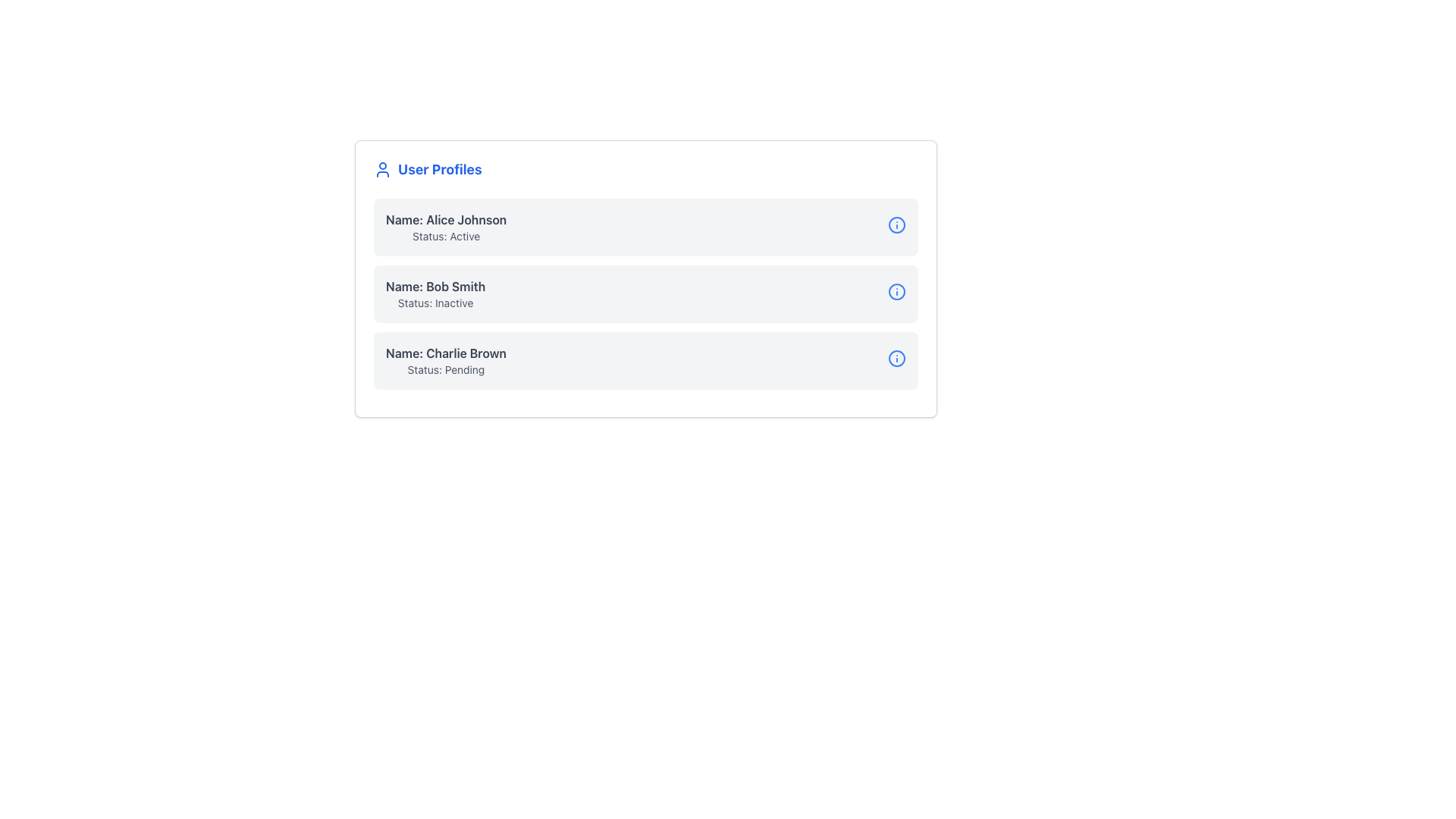 Image resolution: width=1456 pixels, height=819 pixels. I want to click on the 'Name: Bob Smith' label, which is the top text area within the second user profile card, centrally placed above 'Status: Inactive', so click(435, 287).